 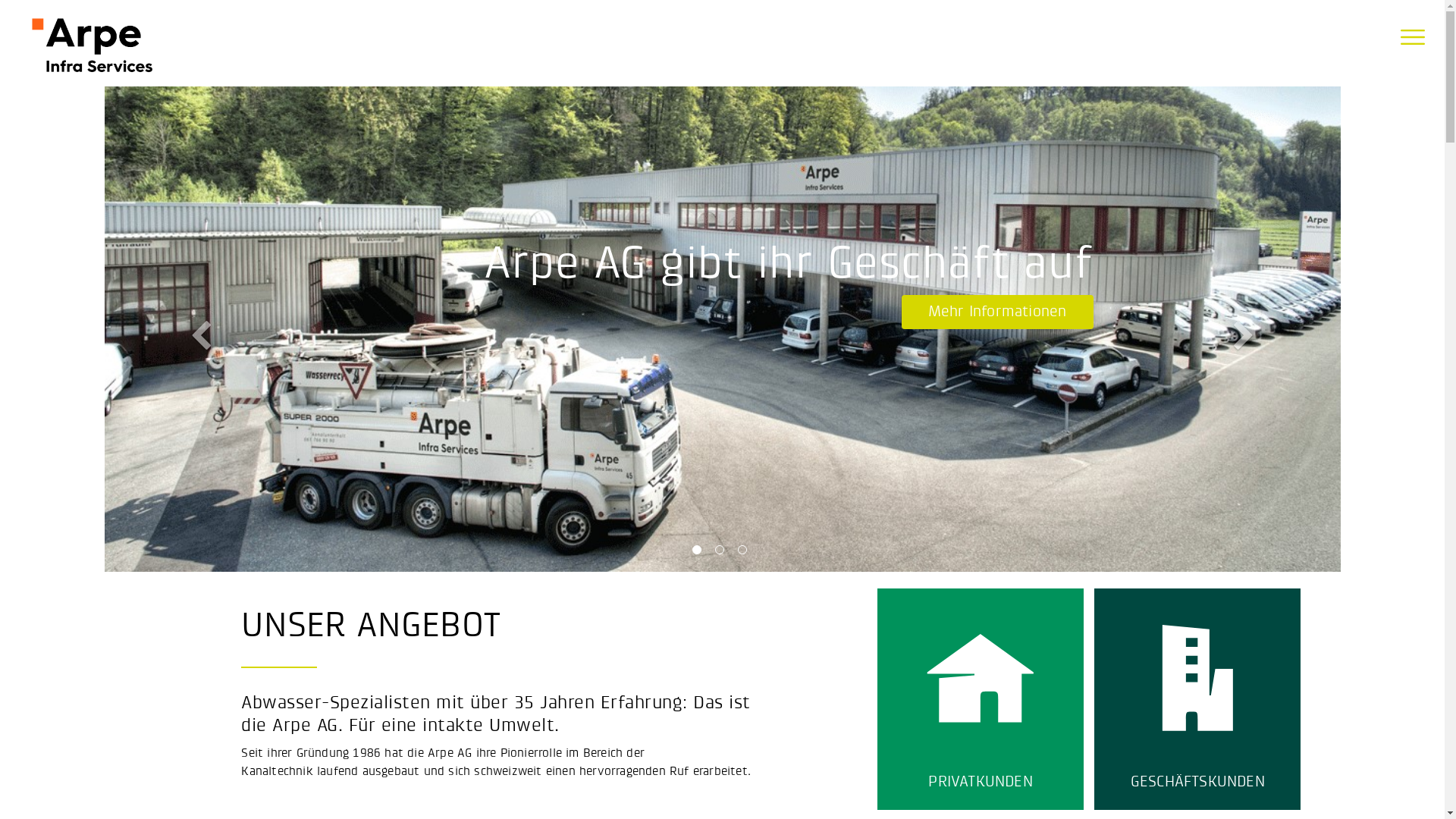 What do you see at coordinates (736, 553) in the screenshot?
I see `'3'` at bounding box center [736, 553].